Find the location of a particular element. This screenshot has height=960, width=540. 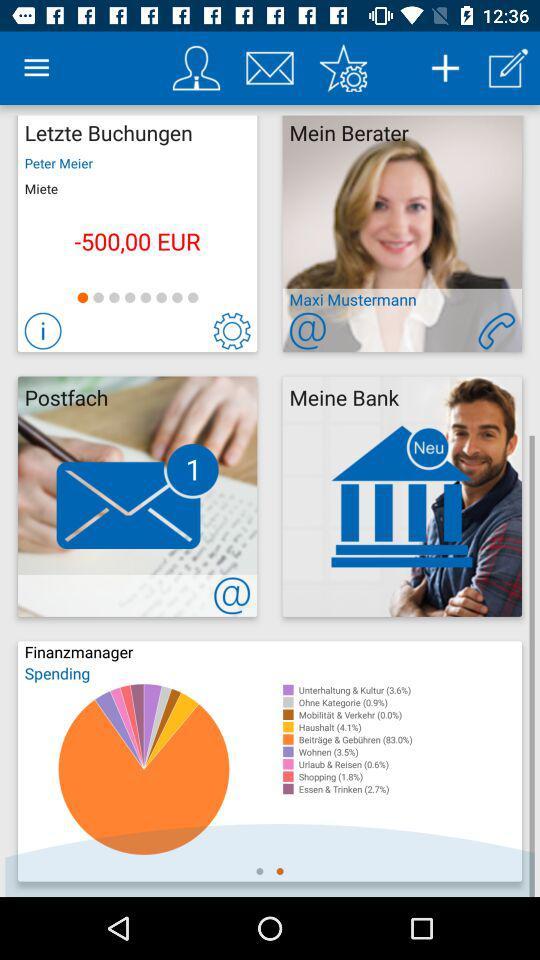

send an email is located at coordinates (307, 331).